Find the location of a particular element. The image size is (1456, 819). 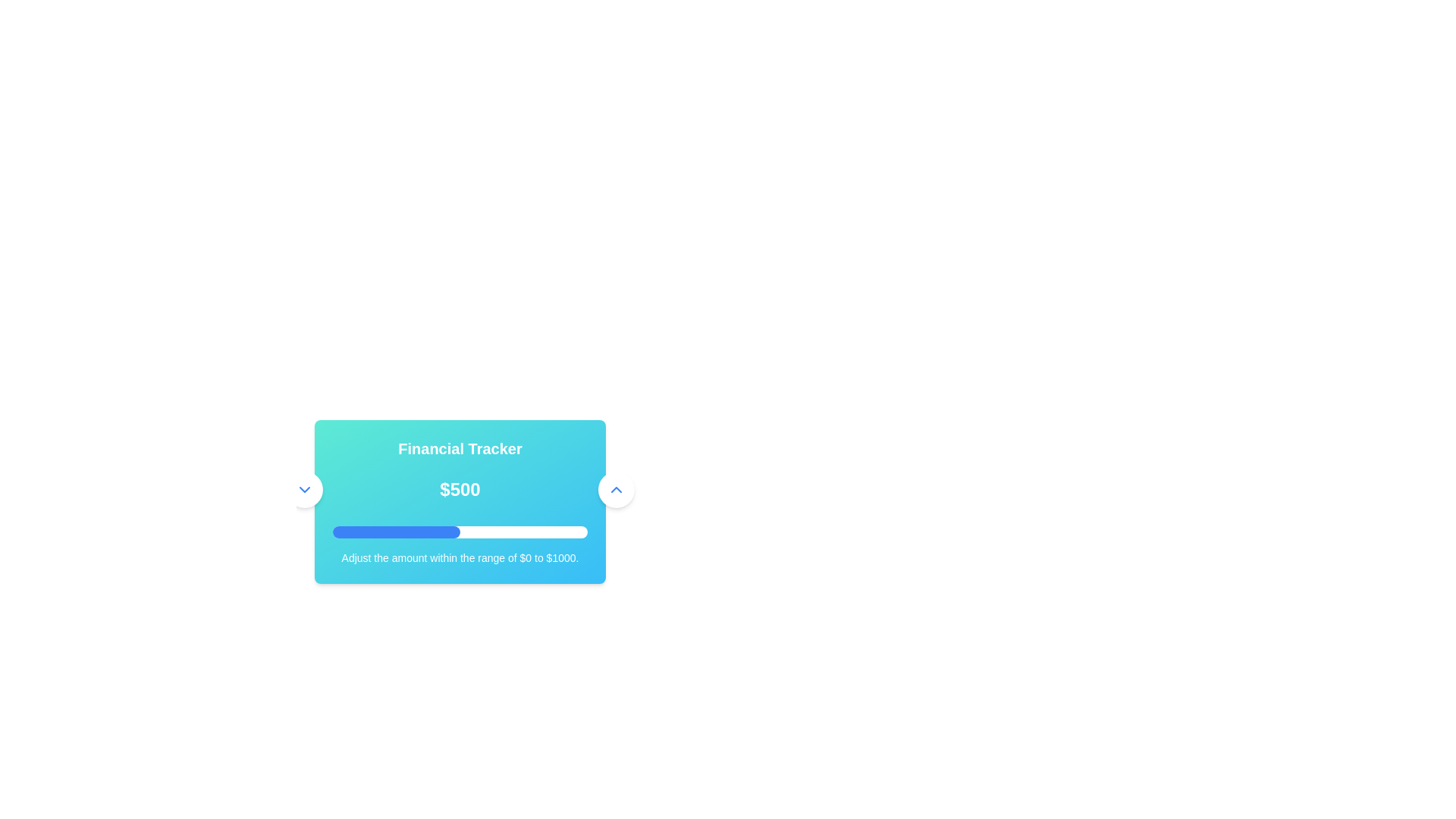

the slider is located at coordinates (418, 532).